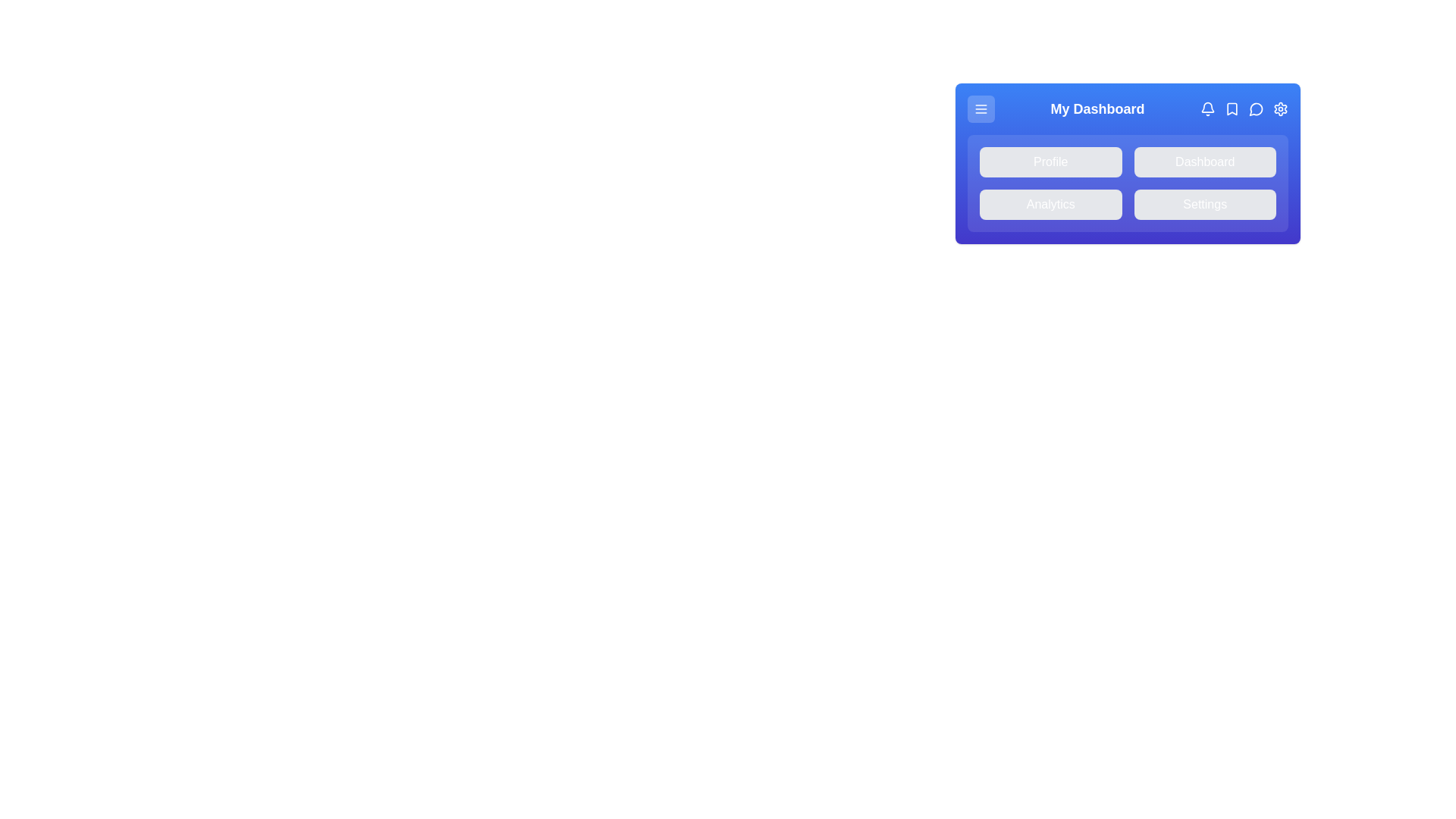 The image size is (1456, 819). Describe the element at coordinates (1207, 108) in the screenshot. I see `the notification icon (Bell) in the app bar` at that location.